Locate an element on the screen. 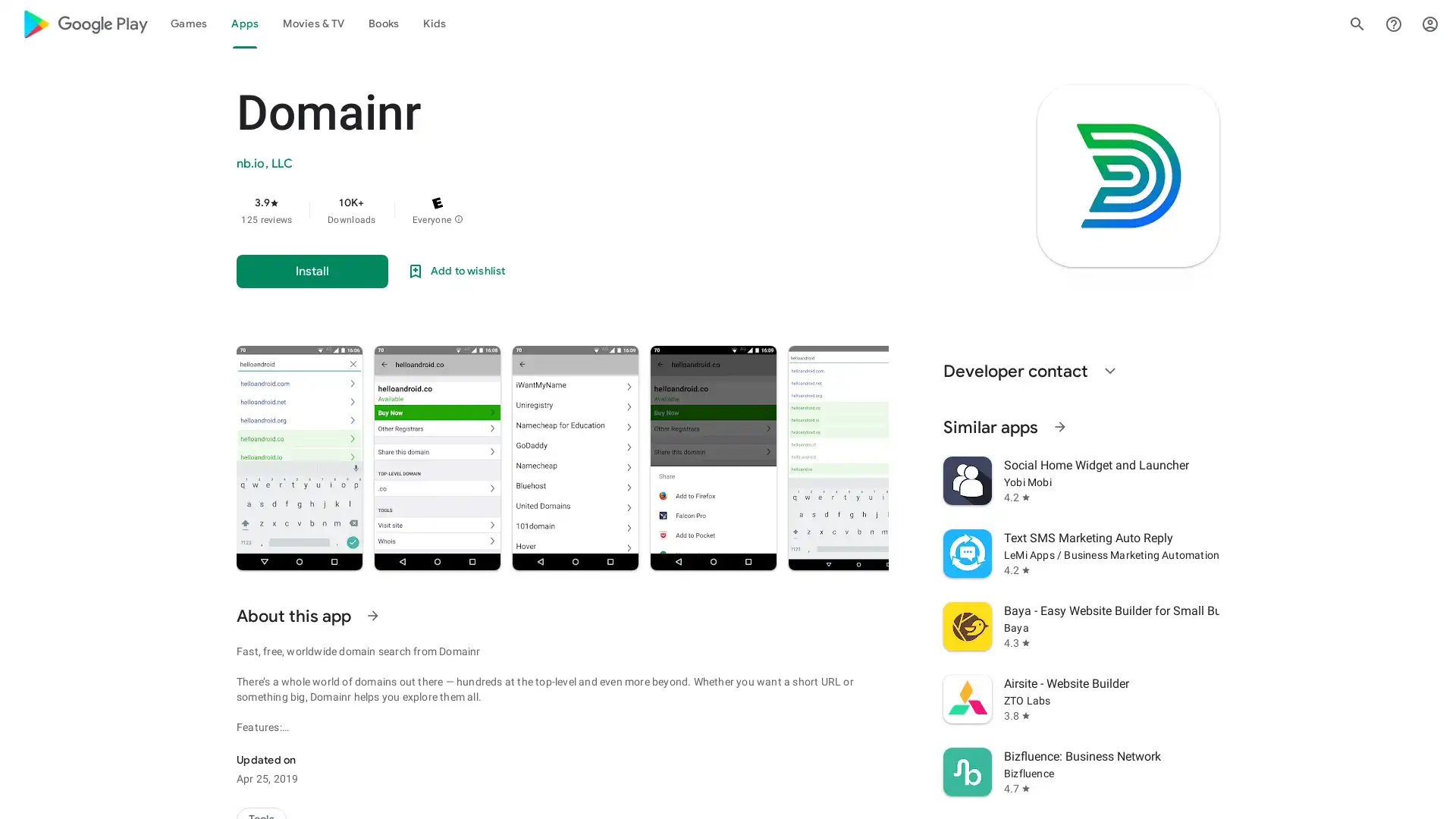 The height and width of the screenshot is (819, 1456). Screenshot image is located at coordinates (1315, 457).